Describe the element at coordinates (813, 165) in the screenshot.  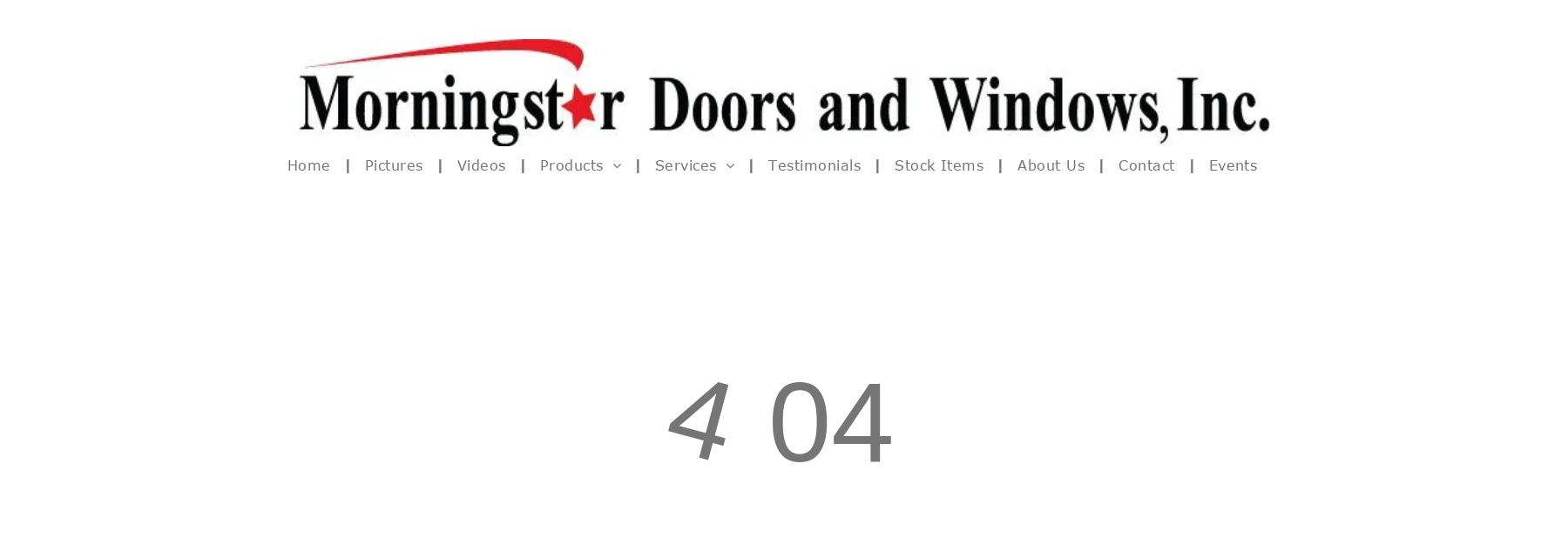
I see `'Testimonials'` at that location.